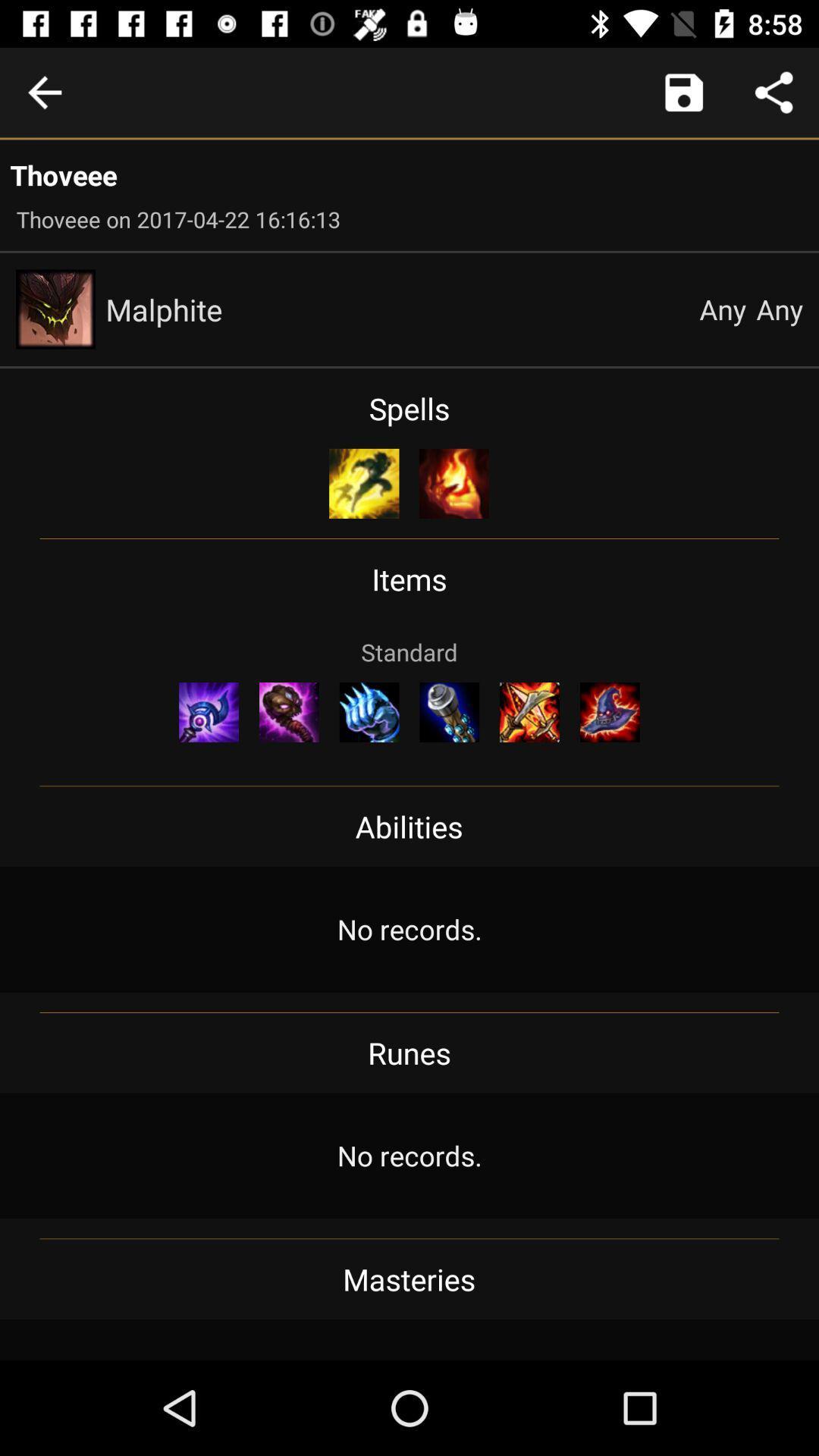  Describe the element at coordinates (684, 92) in the screenshot. I see `launch camera` at that location.